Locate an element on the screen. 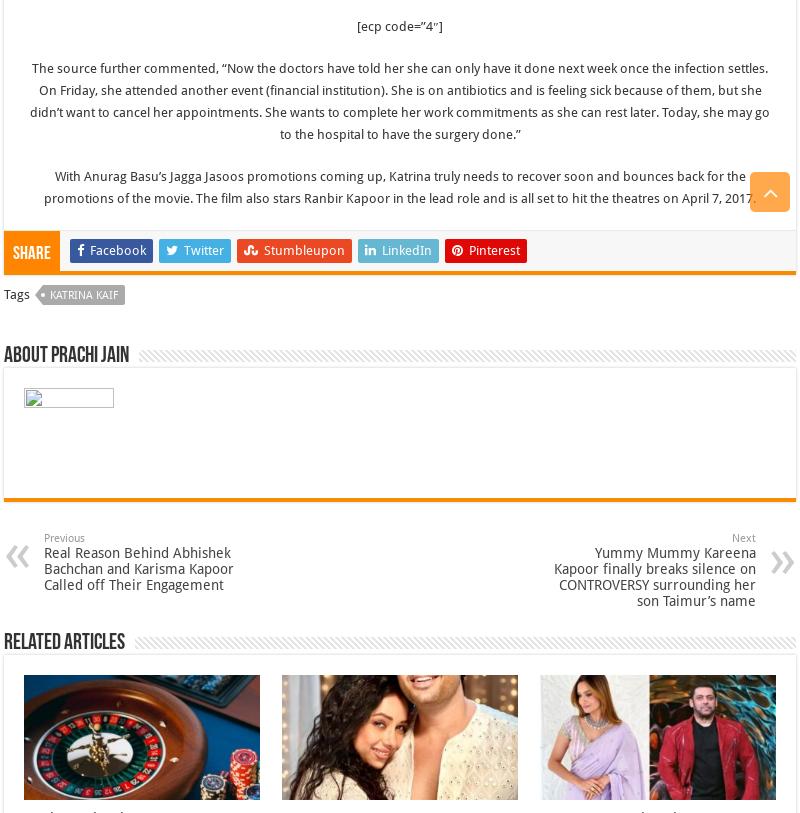  'Share' is located at coordinates (32, 252).